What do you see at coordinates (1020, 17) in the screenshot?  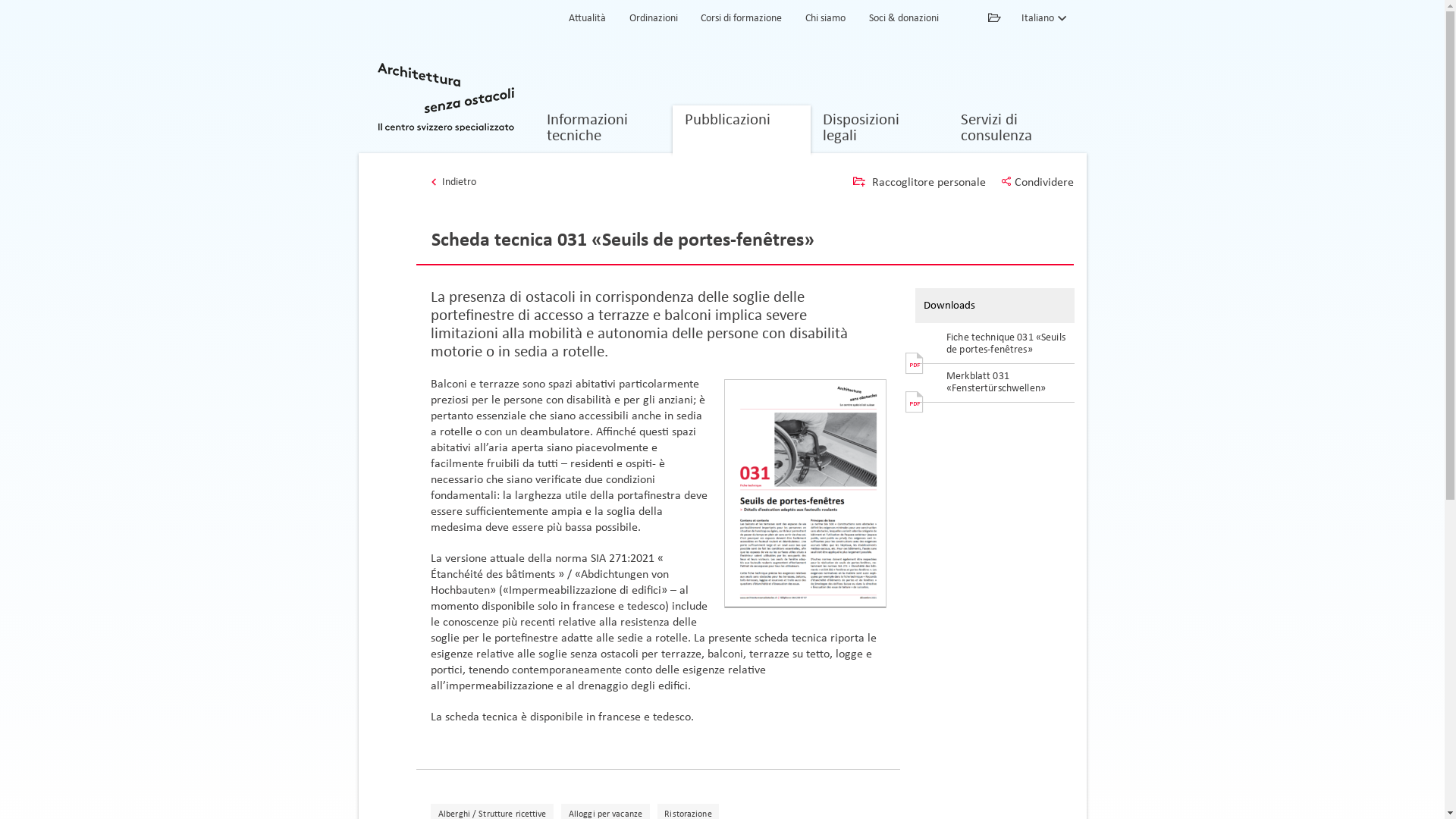 I see `'Italiano'` at bounding box center [1020, 17].